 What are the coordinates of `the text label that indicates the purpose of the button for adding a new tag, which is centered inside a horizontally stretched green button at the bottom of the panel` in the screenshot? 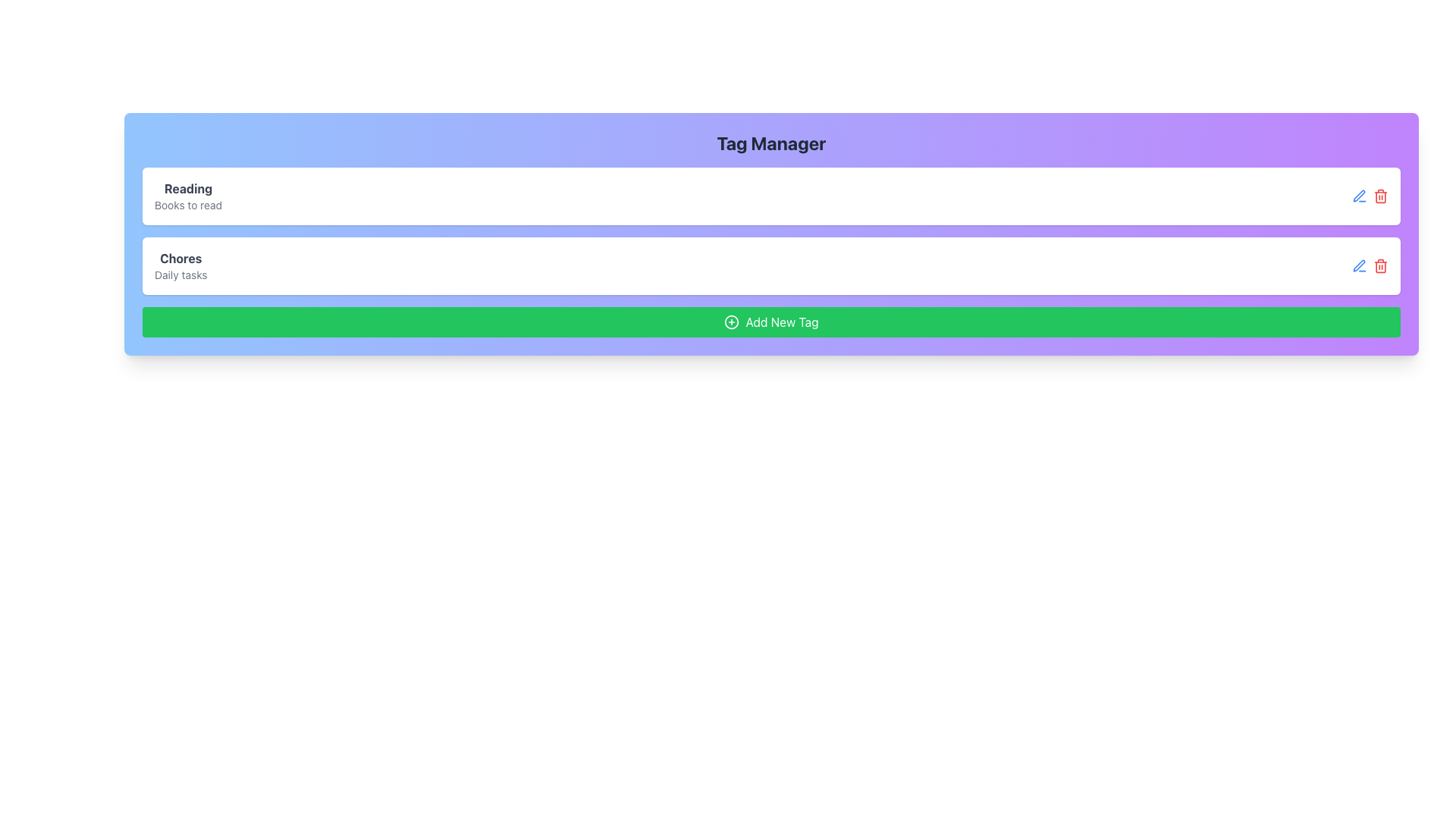 It's located at (782, 321).